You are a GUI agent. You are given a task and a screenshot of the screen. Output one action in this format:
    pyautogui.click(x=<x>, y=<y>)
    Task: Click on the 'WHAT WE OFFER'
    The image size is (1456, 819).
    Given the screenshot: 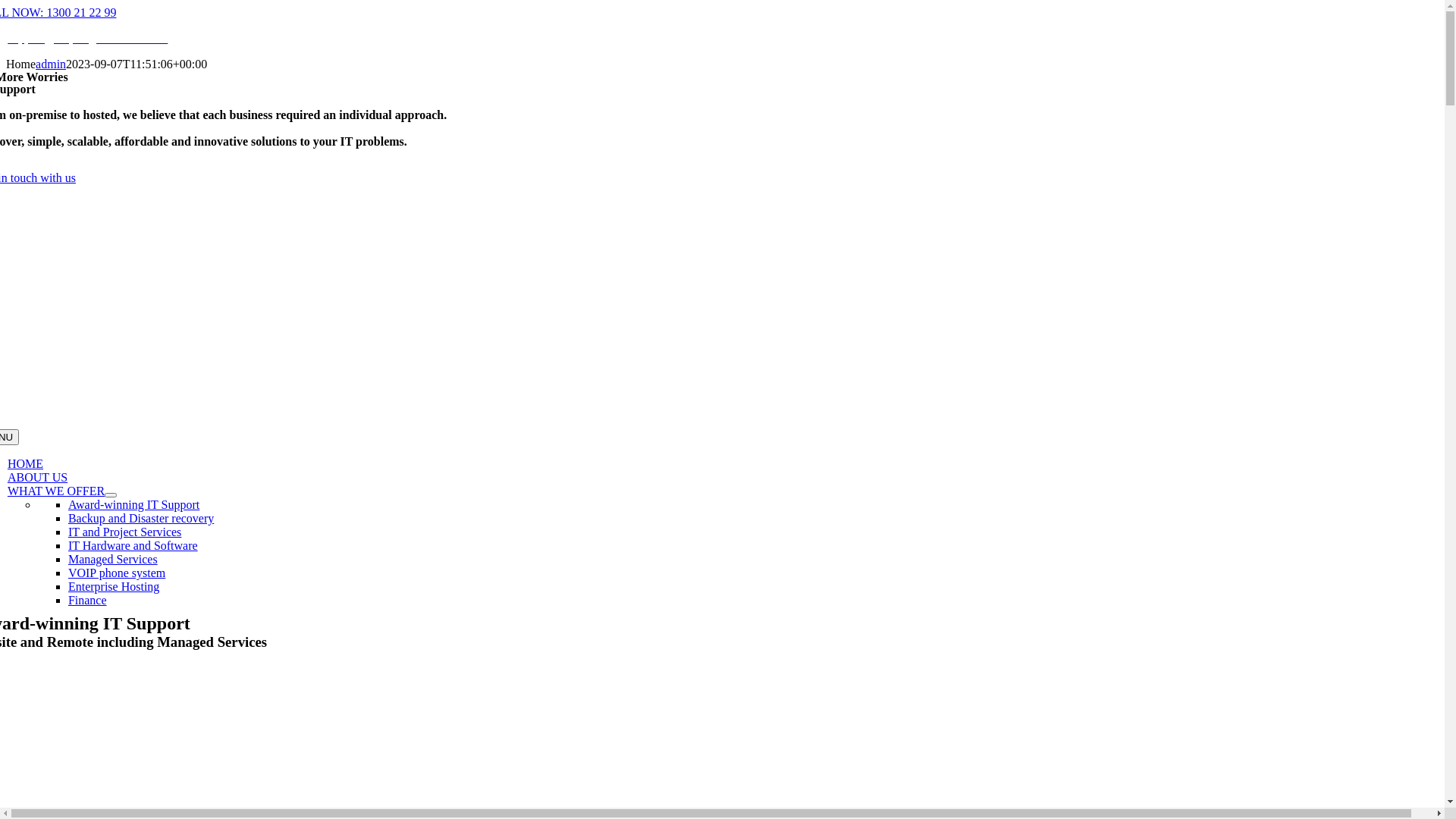 What is the action you would take?
    pyautogui.click(x=55, y=491)
    